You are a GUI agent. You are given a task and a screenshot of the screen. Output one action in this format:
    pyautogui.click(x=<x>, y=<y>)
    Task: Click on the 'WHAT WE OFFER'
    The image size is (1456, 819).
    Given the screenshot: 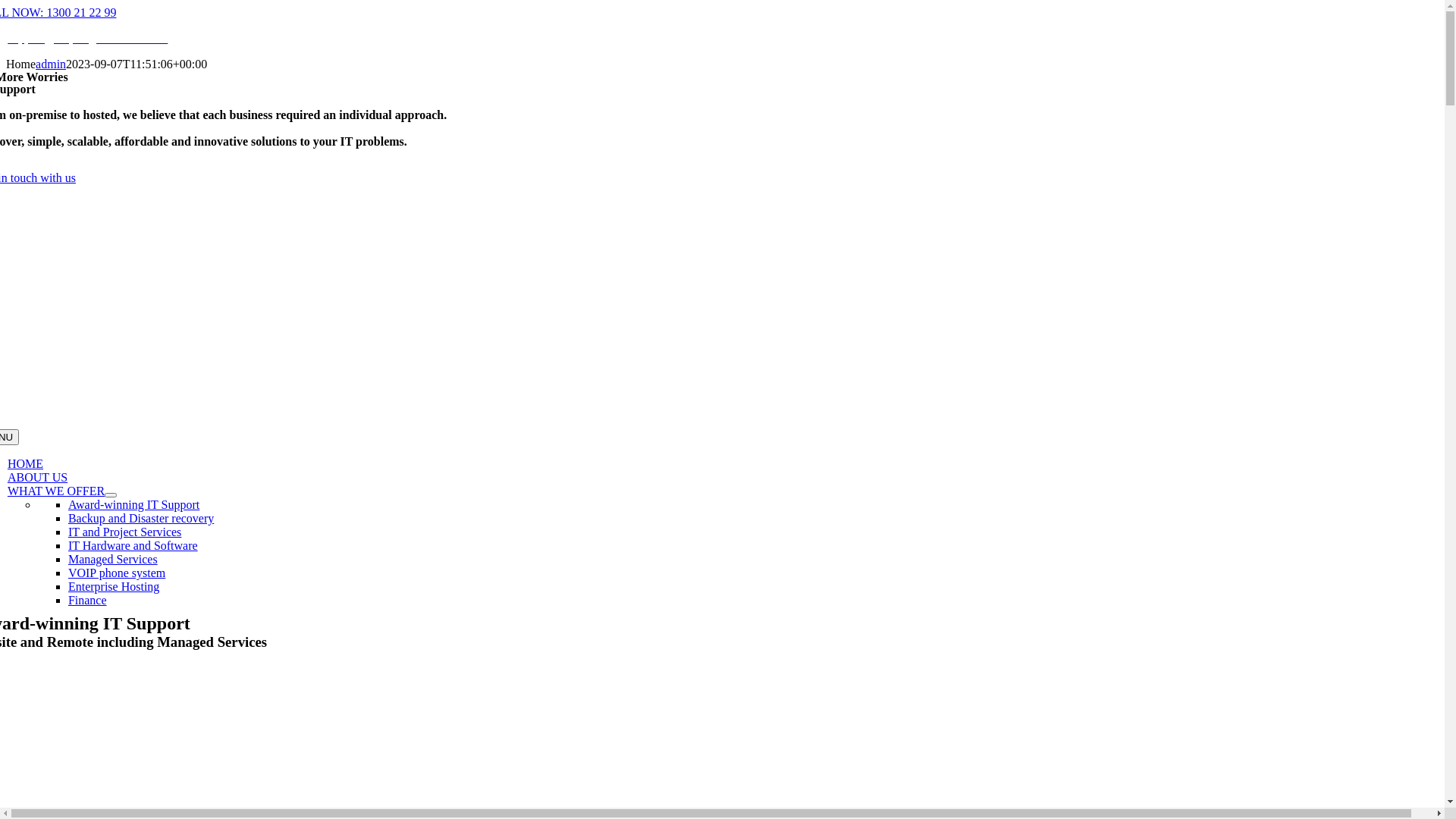 What is the action you would take?
    pyautogui.click(x=55, y=491)
    